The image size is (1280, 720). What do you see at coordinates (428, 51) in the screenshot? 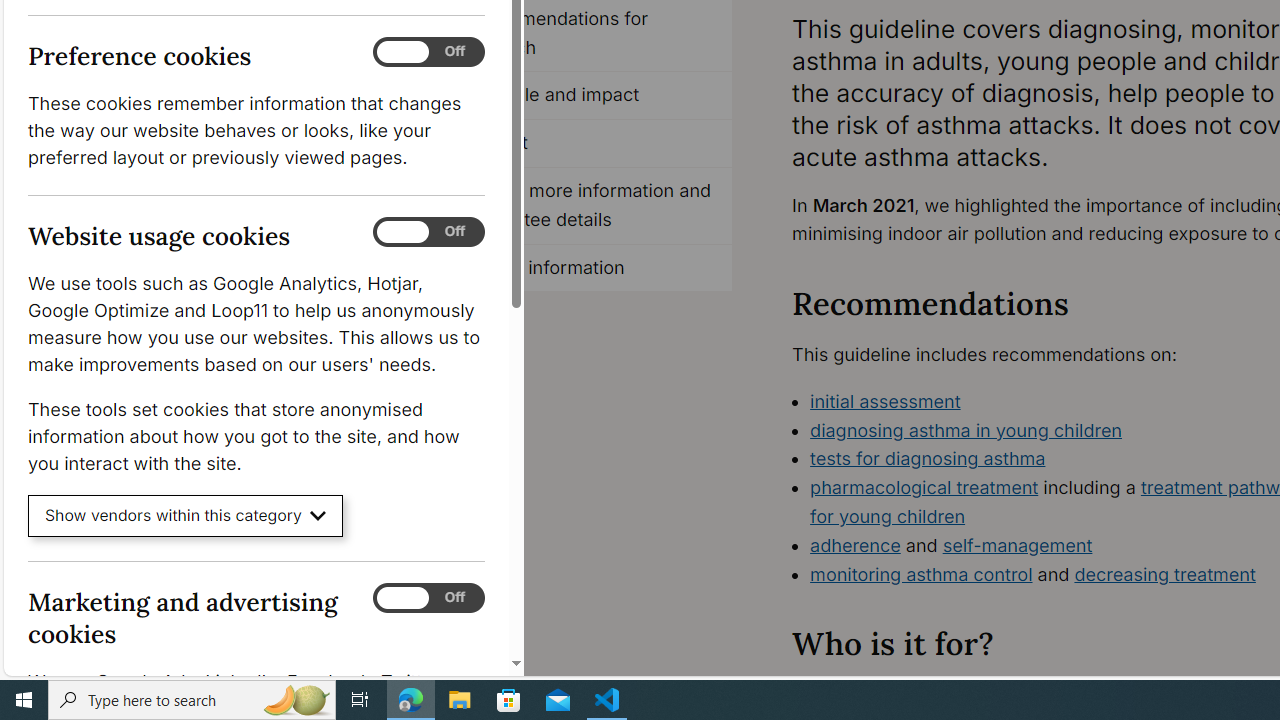
I see `'Preference cookies'` at bounding box center [428, 51].